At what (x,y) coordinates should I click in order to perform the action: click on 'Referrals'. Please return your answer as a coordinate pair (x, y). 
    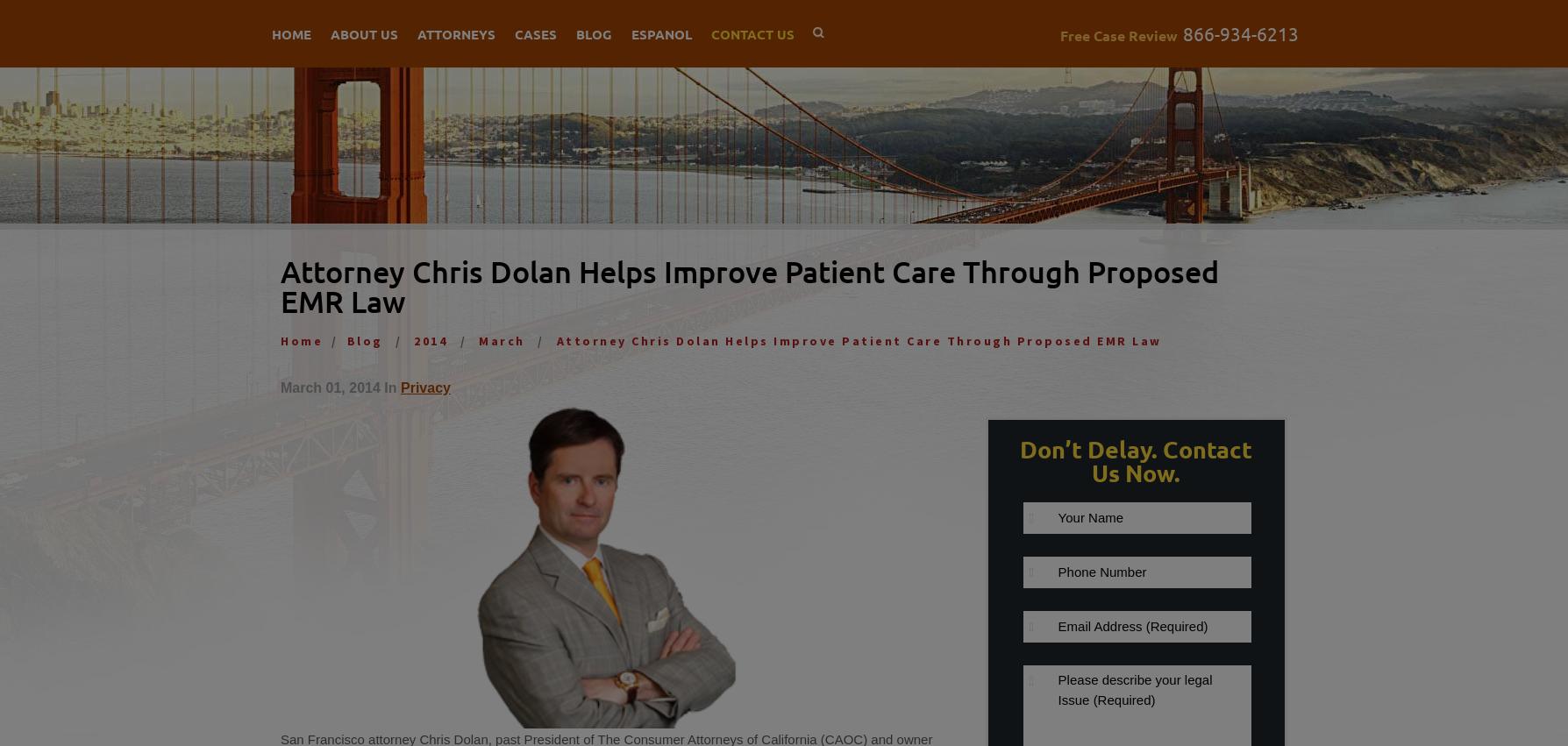
    Looking at the image, I should click on (372, 323).